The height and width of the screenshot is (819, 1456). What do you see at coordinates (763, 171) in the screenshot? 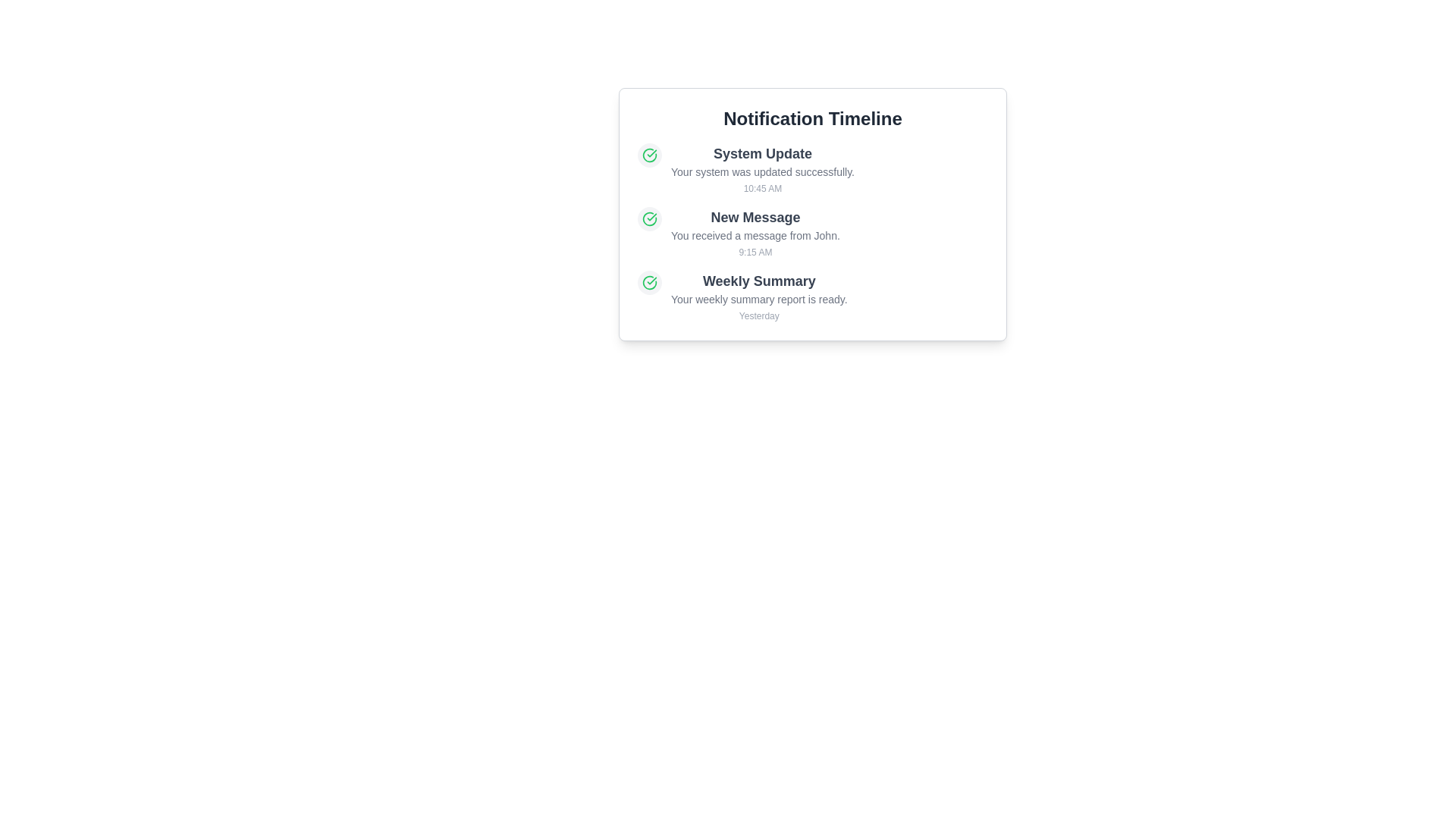
I see `the text snippet reading 'Your system was updated successfully.' located below the bold headline 'System Update' in the notification entry` at bounding box center [763, 171].